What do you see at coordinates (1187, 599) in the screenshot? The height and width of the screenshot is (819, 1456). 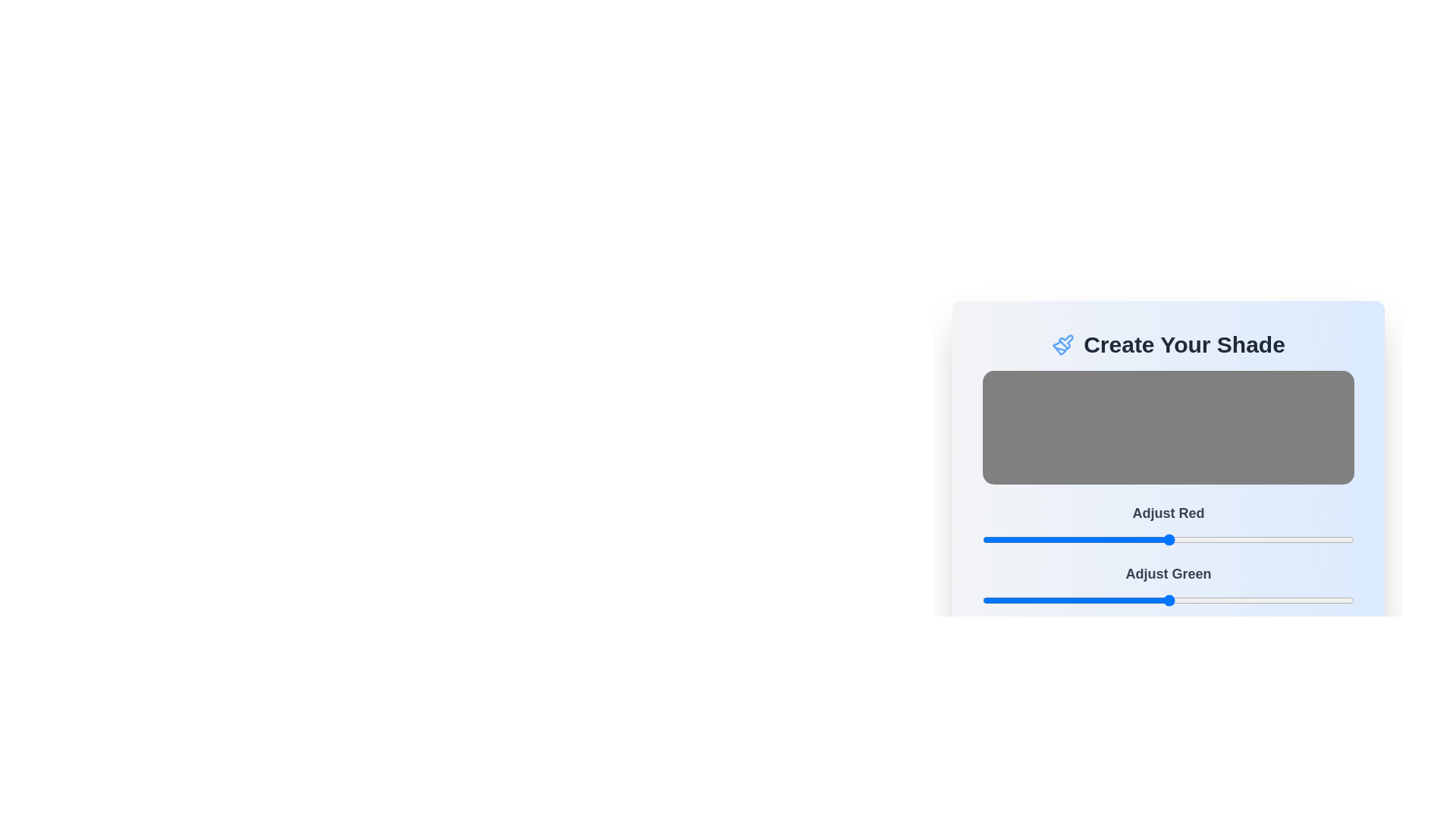 I see `the green color slider to 141` at bounding box center [1187, 599].